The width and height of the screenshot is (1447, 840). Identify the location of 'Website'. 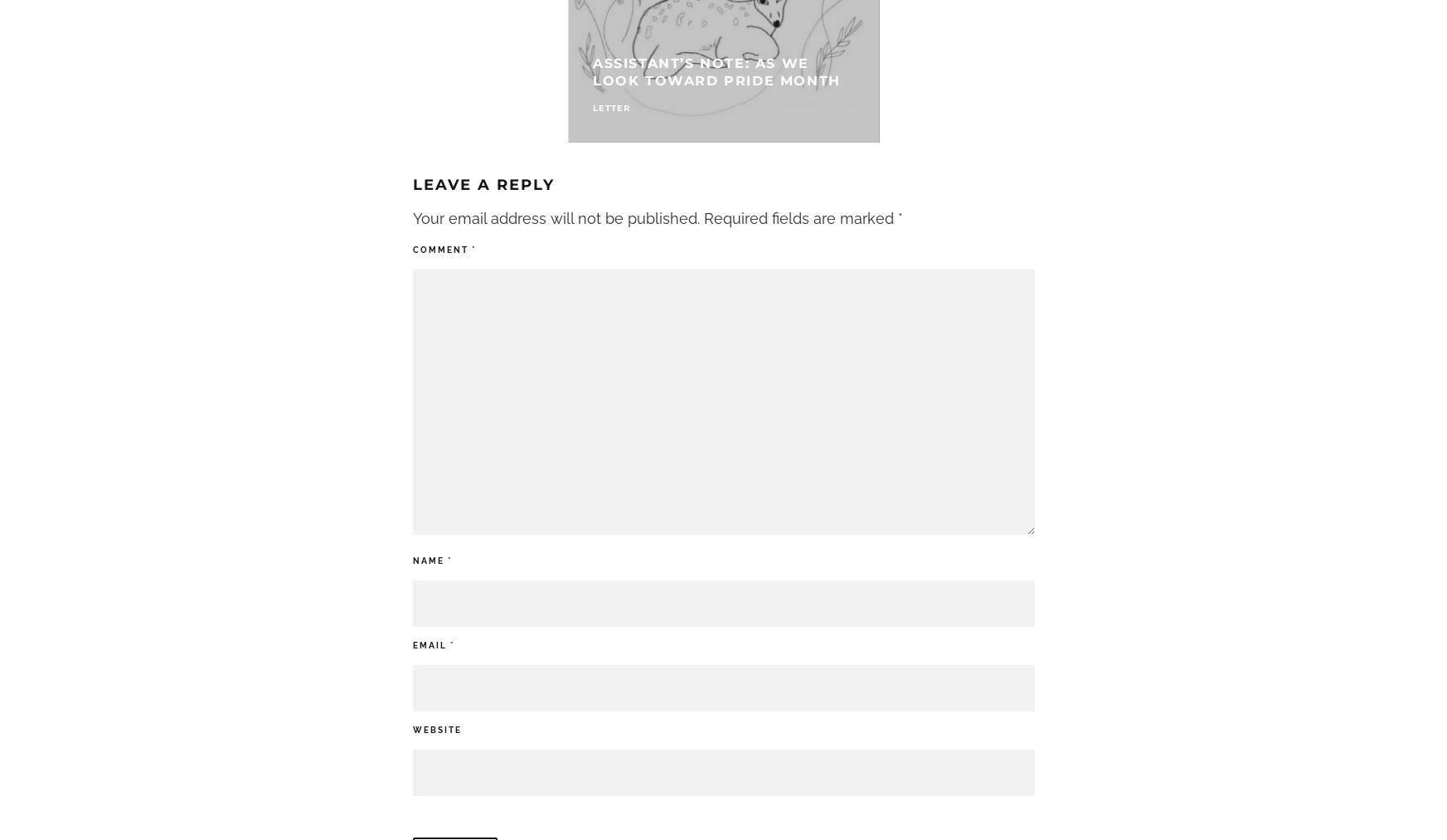
(436, 728).